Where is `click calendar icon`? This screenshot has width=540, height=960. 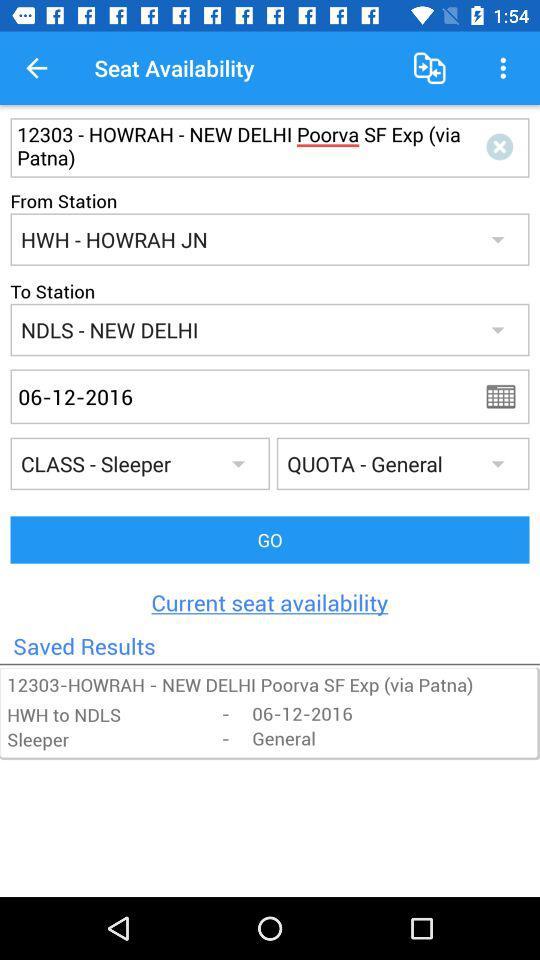 click calendar icon is located at coordinates (507, 395).